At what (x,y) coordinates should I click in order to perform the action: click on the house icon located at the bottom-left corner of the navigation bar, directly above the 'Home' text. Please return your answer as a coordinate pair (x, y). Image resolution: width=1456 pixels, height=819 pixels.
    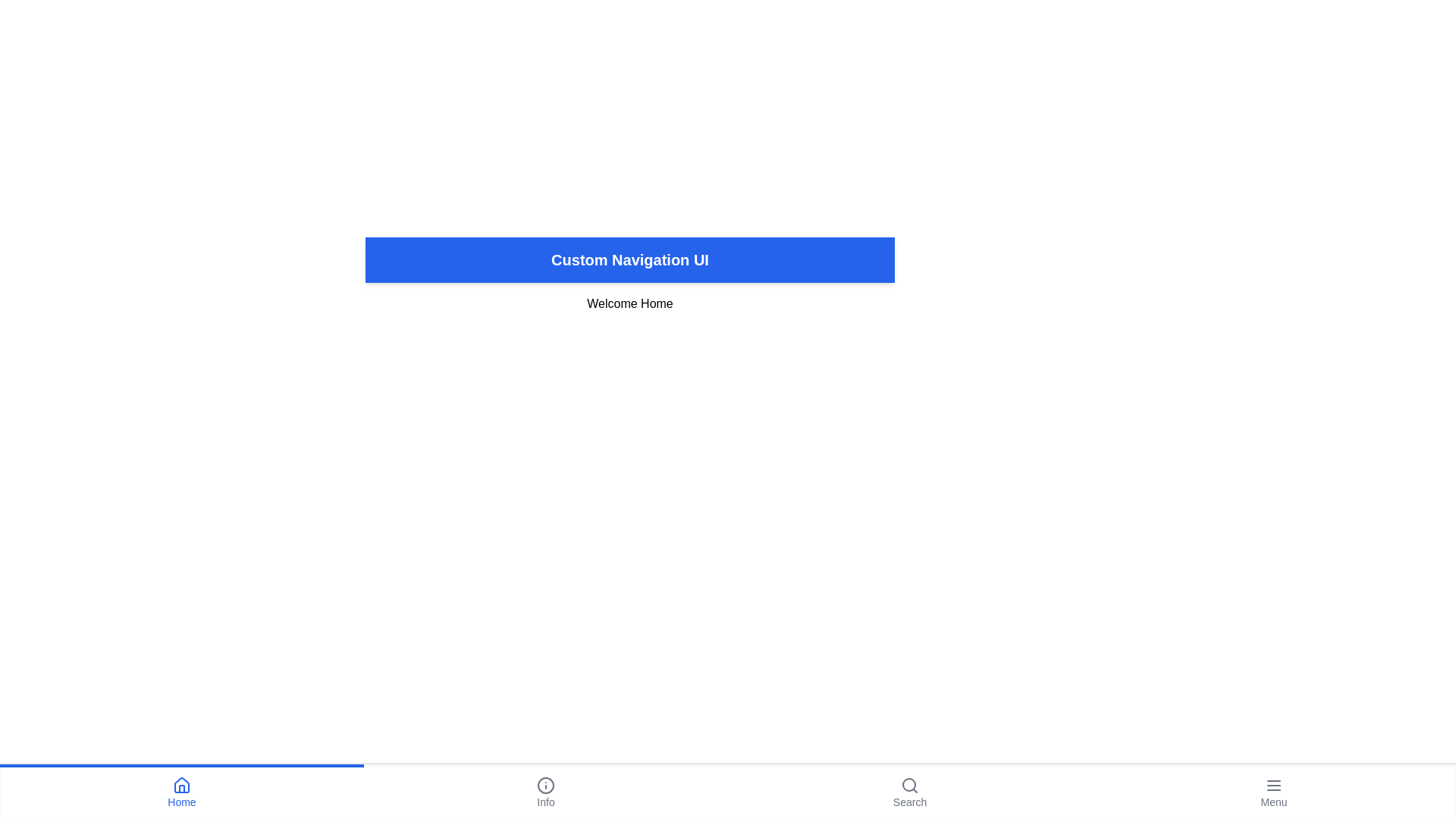
    Looking at the image, I should click on (182, 785).